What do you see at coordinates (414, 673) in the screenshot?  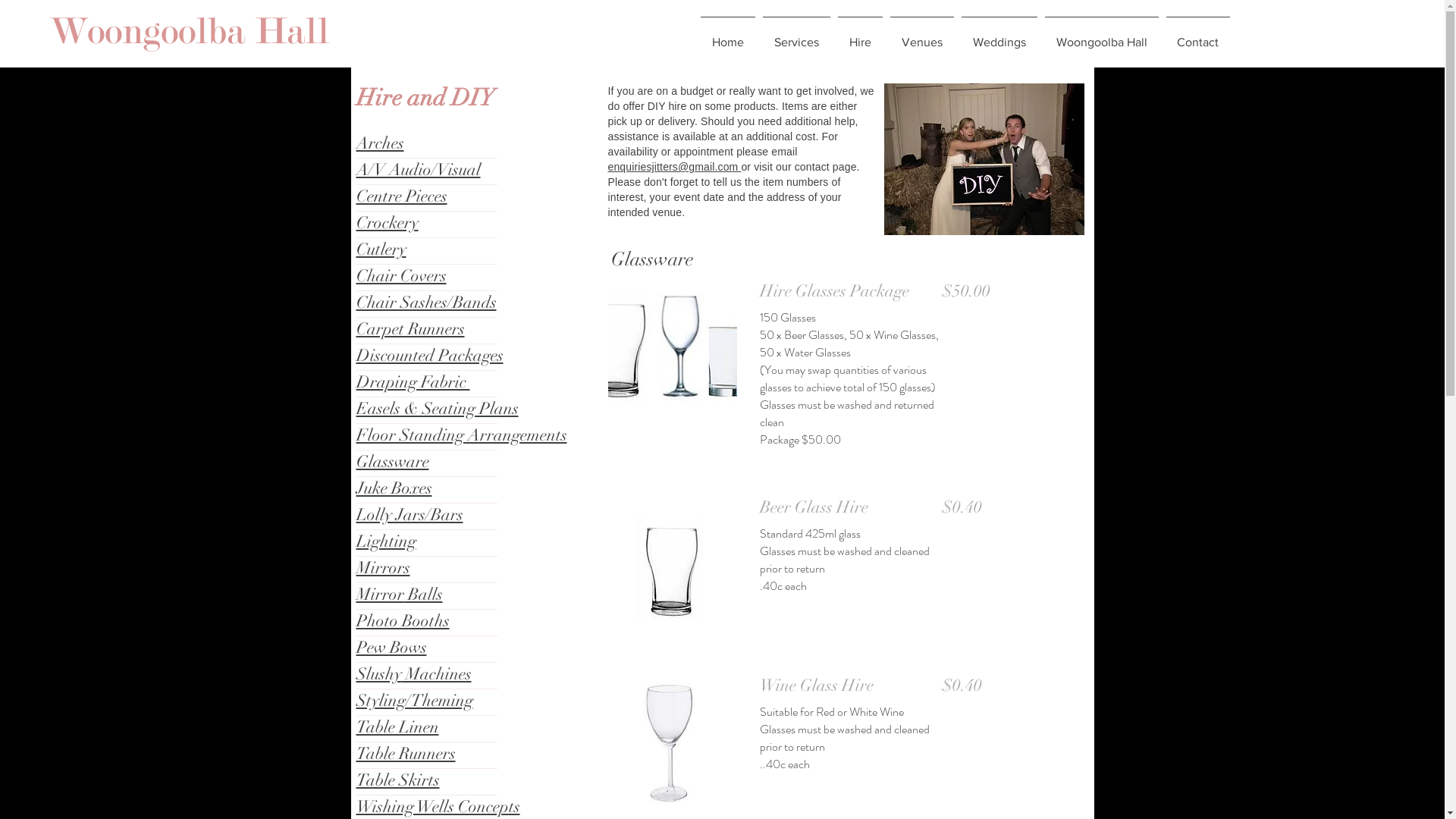 I see `'Slushy Machines'` at bounding box center [414, 673].